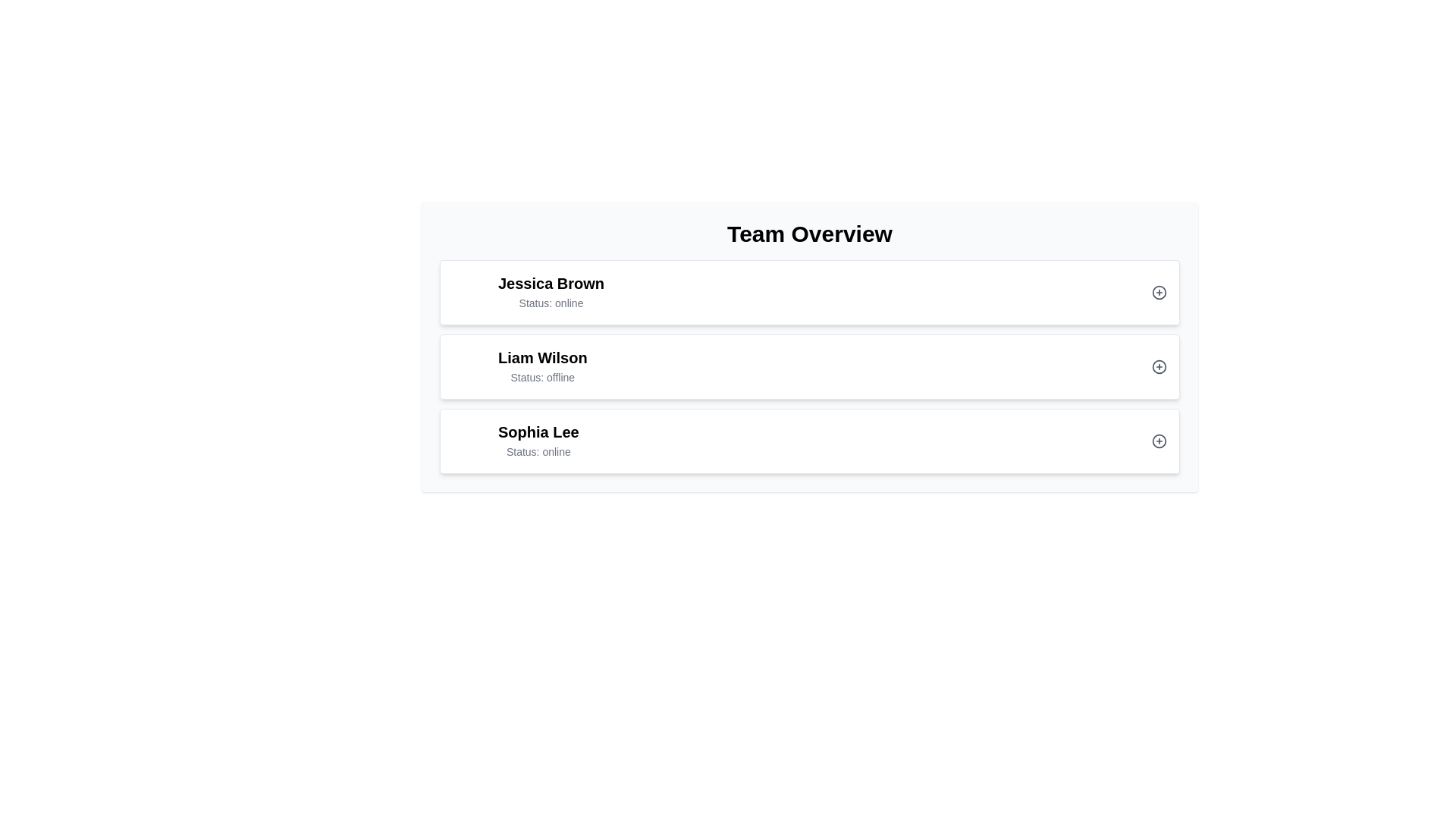  Describe the element at coordinates (516, 441) in the screenshot. I see `name 'Sophia Lee' and status 'Status: online' from the list item that features a circular icon with initials 'SL' and is positioned as the third item in a vertical list of team members` at that location.